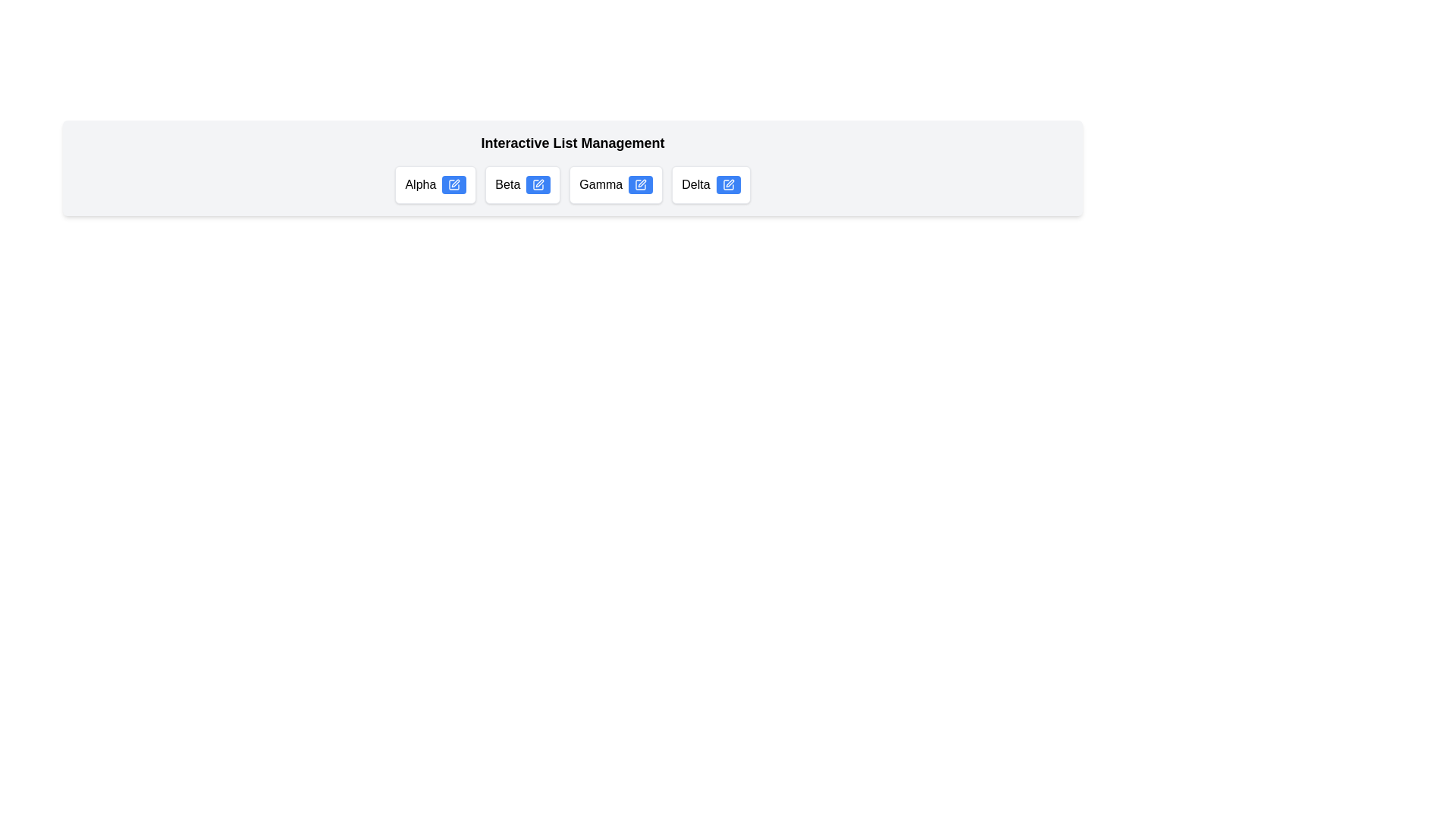 The image size is (1456, 819). Describe the element at coordinates (641, 184) in the screenshot. I see `the interactive editing button with a pen icon located immediately to the right of the 'Gamma' button` at that location.